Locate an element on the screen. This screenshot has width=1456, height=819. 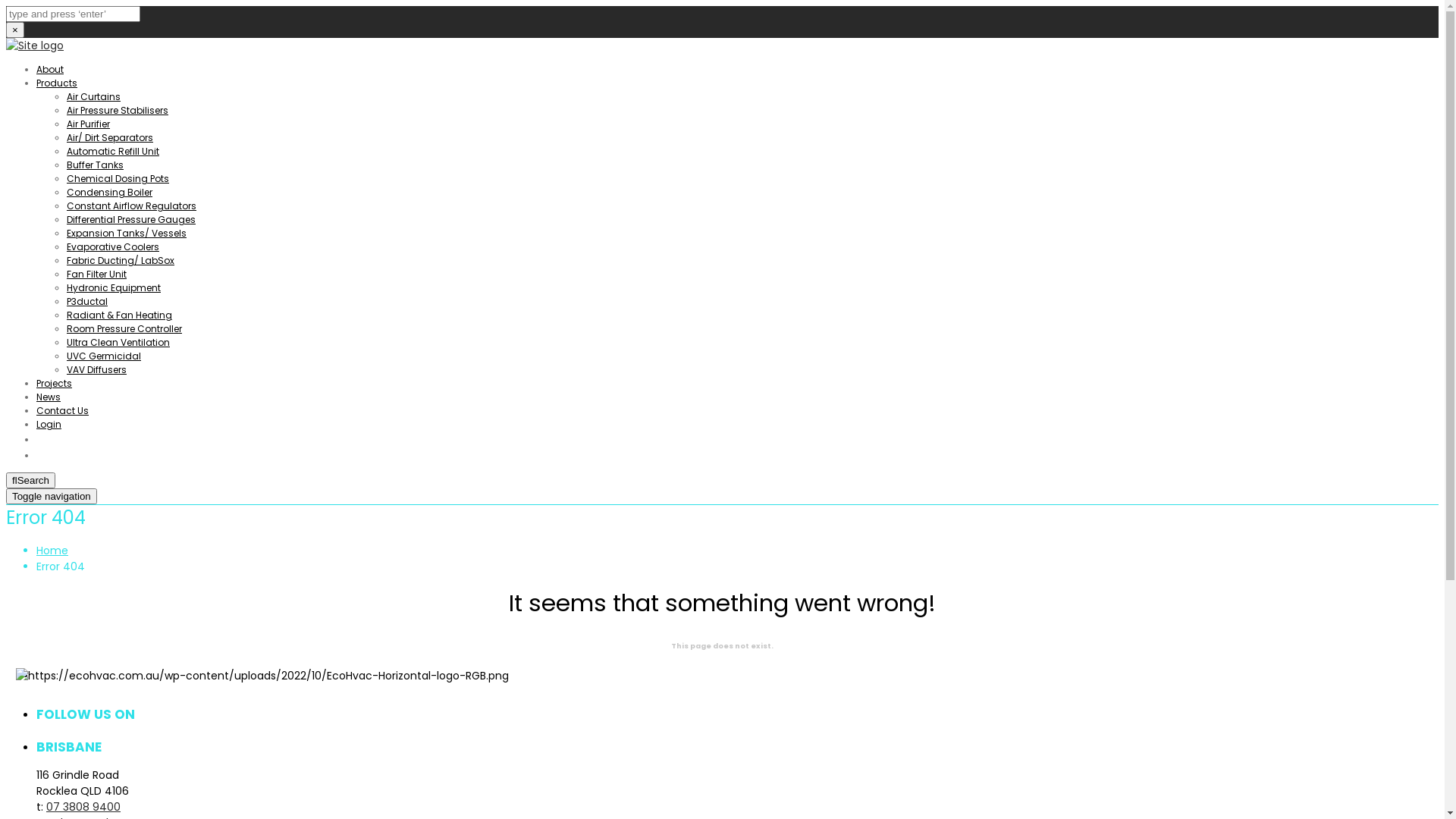
'Toggle navigation' is located at coordinates (51, 496).